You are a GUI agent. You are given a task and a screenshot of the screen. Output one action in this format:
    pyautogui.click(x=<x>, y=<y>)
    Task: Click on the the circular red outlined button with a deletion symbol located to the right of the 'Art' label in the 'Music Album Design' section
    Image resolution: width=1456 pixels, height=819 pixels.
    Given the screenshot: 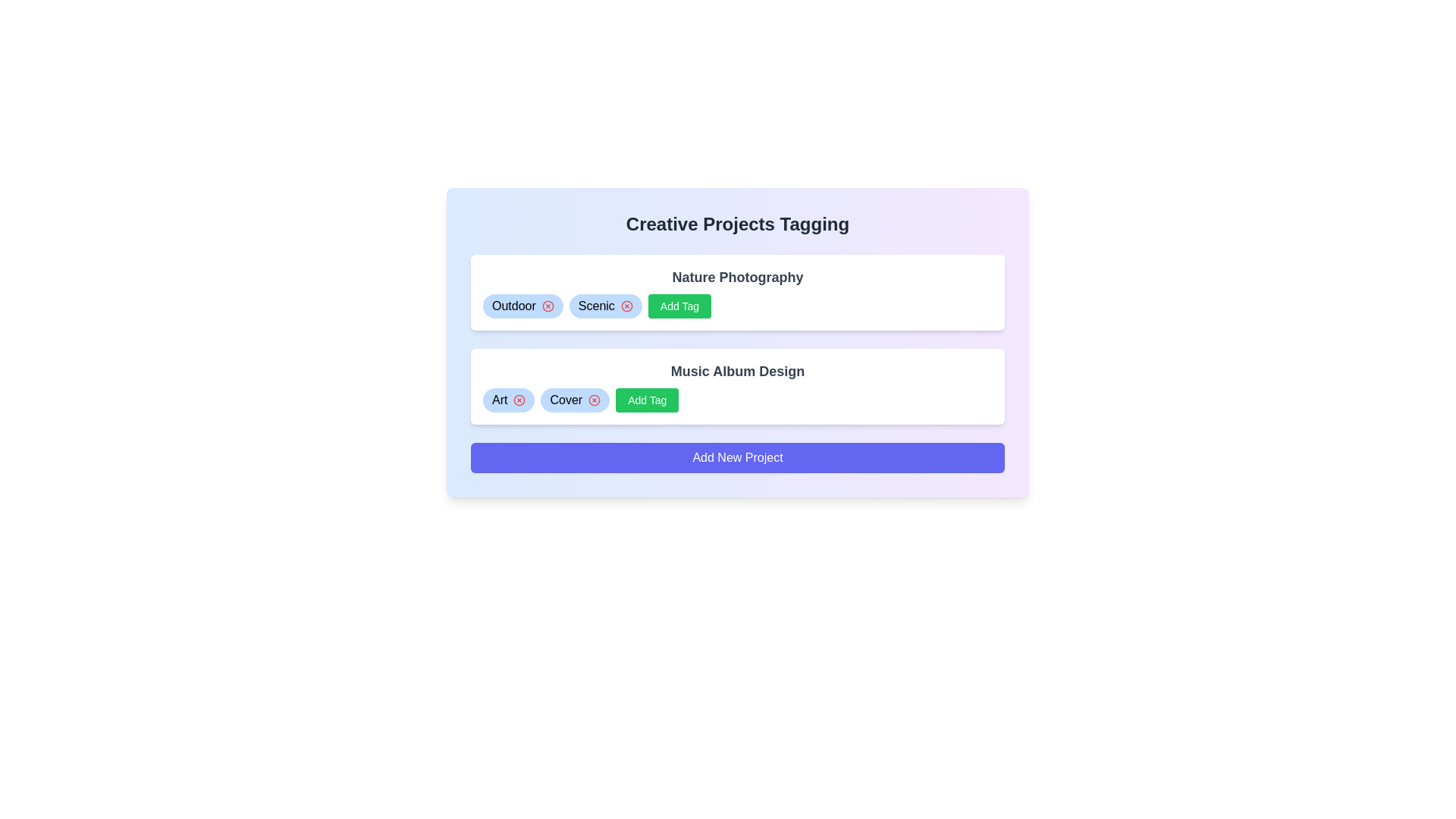 What is the action you would take?
    pyautogui.click(x=594, y=400)
    